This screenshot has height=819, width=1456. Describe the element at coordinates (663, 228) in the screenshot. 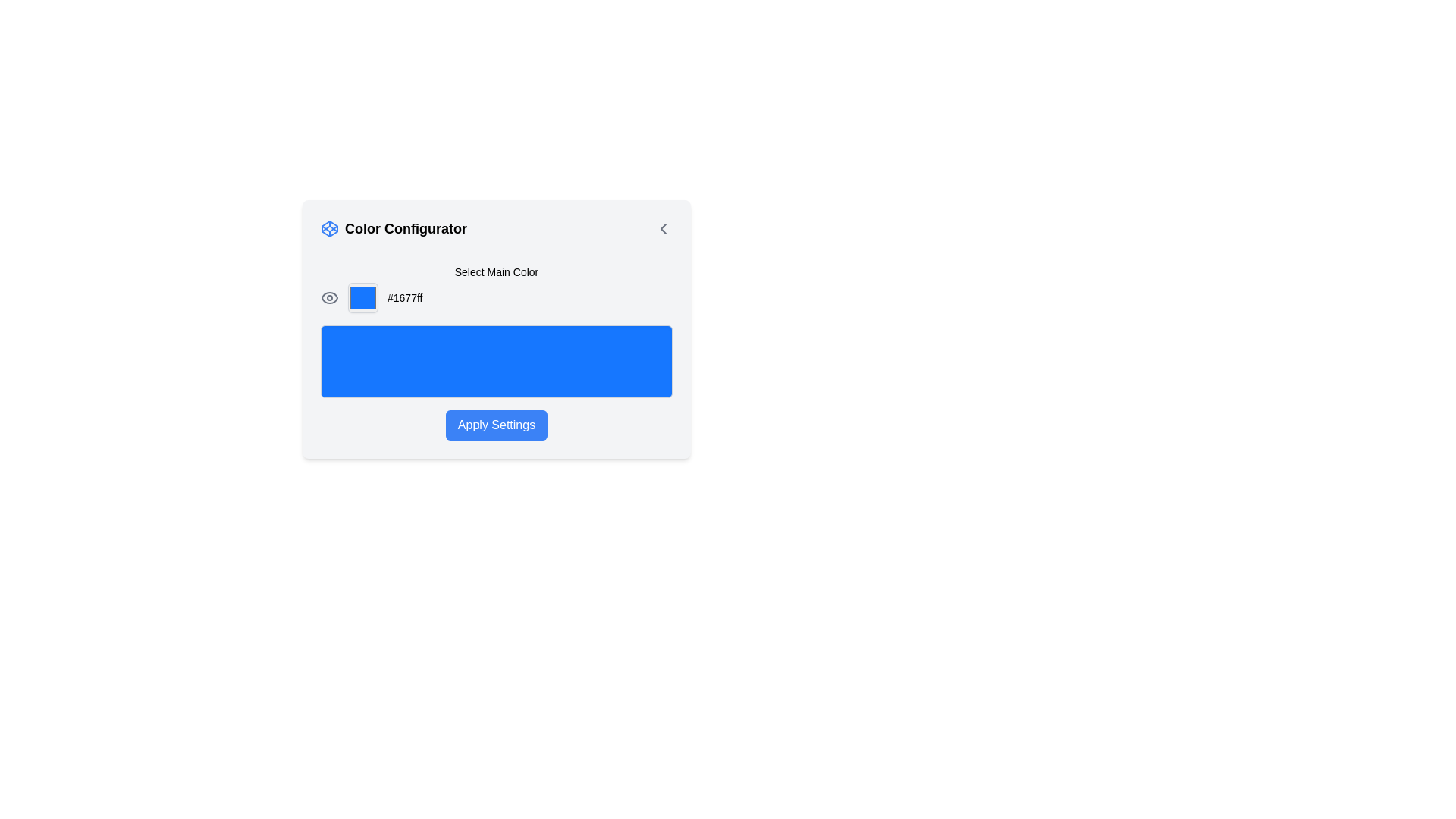

I see `the gray chevron-left icon button located at the top-right corner of the 'Color Configurator' panel` at that location.